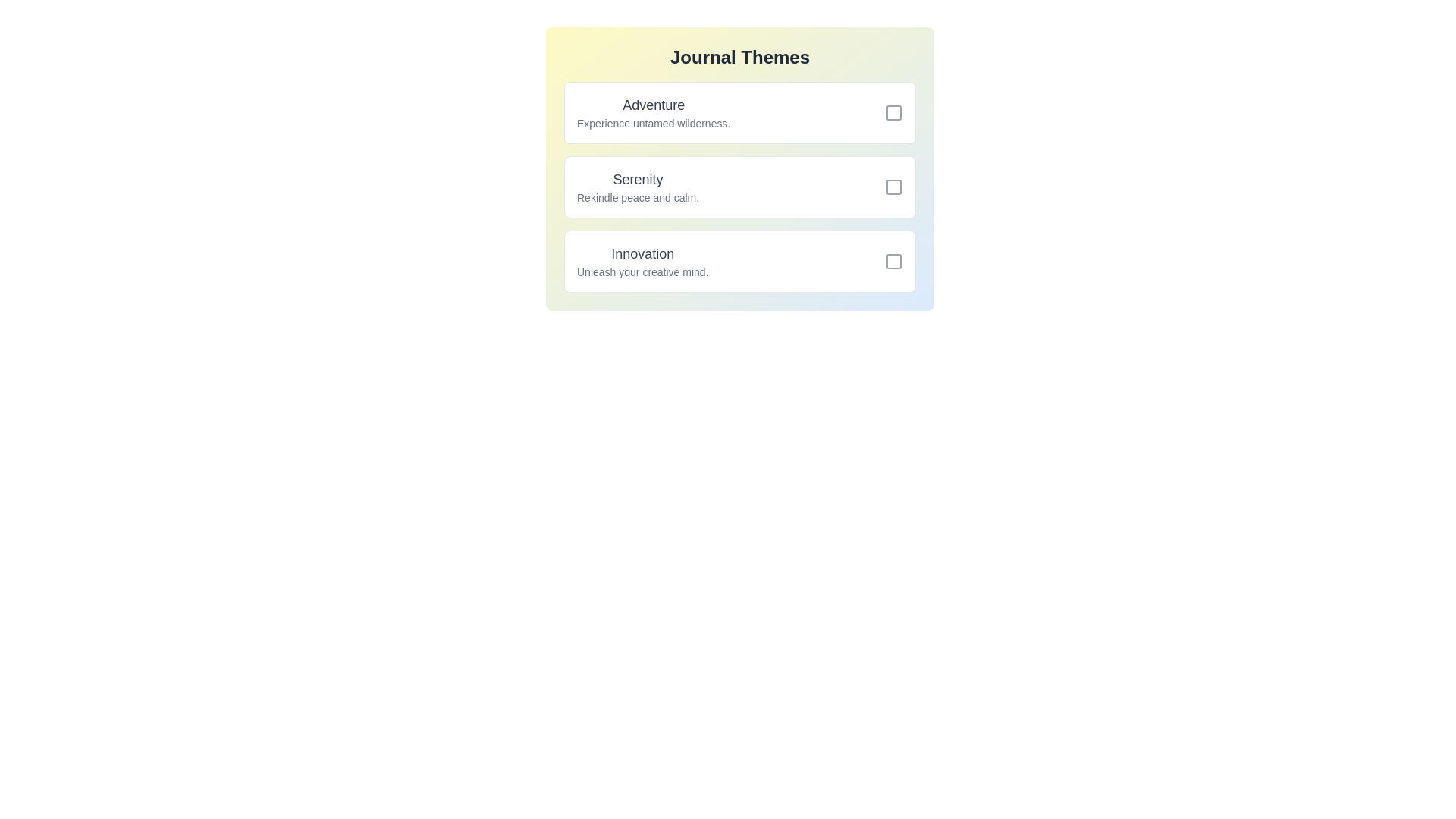 The width and height of the screenshot is (1456, 819). I want to click on the Text Display Element displaying the word 'Adventure', which is styled in bold and larger font, located at the top of the vertical list within the 'Journal Themes', so click(654, 104).